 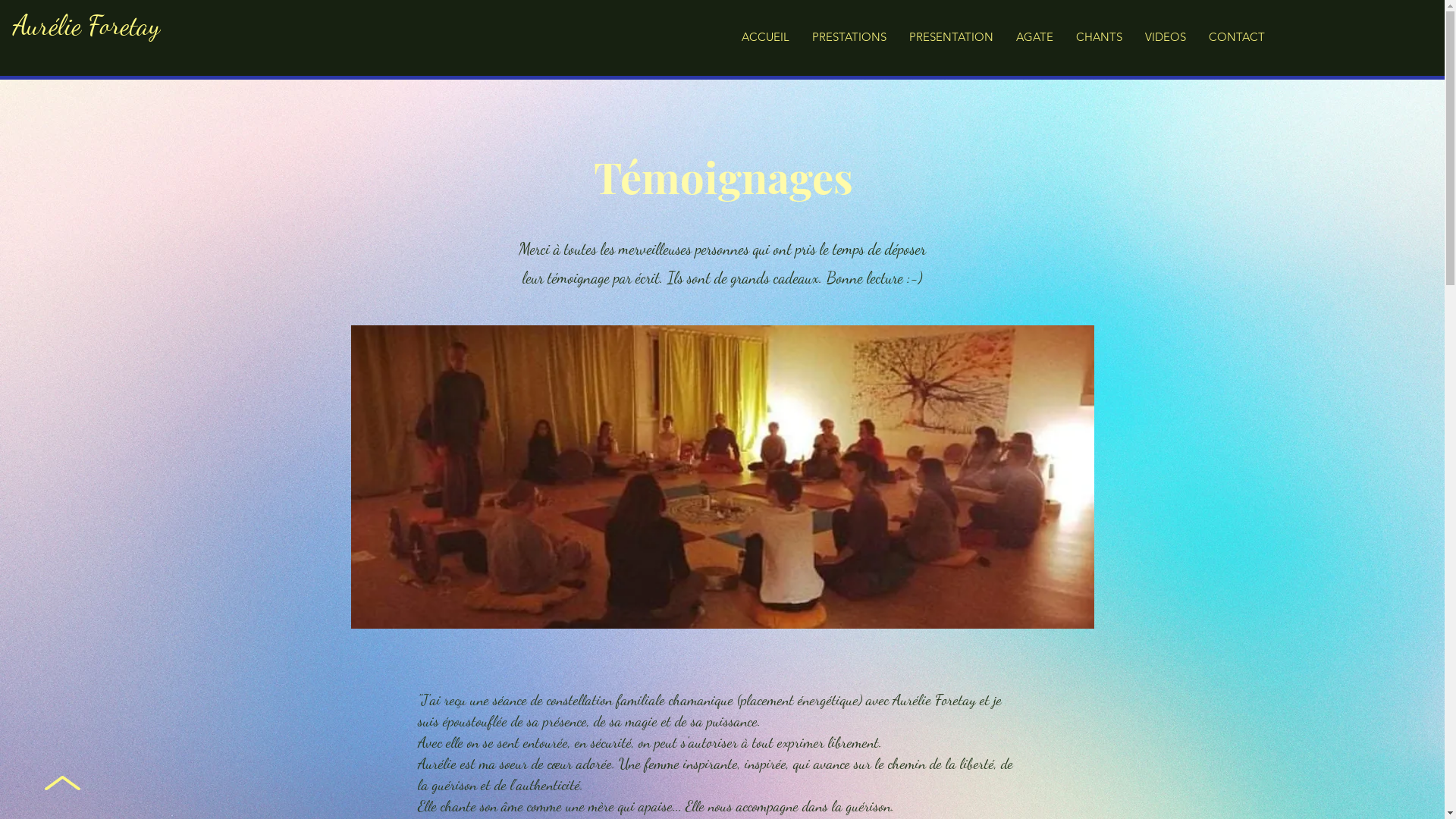 What do you see at coordinates (1164, 36) in the screenshot?
I see `'VIDEOS'` at bounding box center [1164, 36].